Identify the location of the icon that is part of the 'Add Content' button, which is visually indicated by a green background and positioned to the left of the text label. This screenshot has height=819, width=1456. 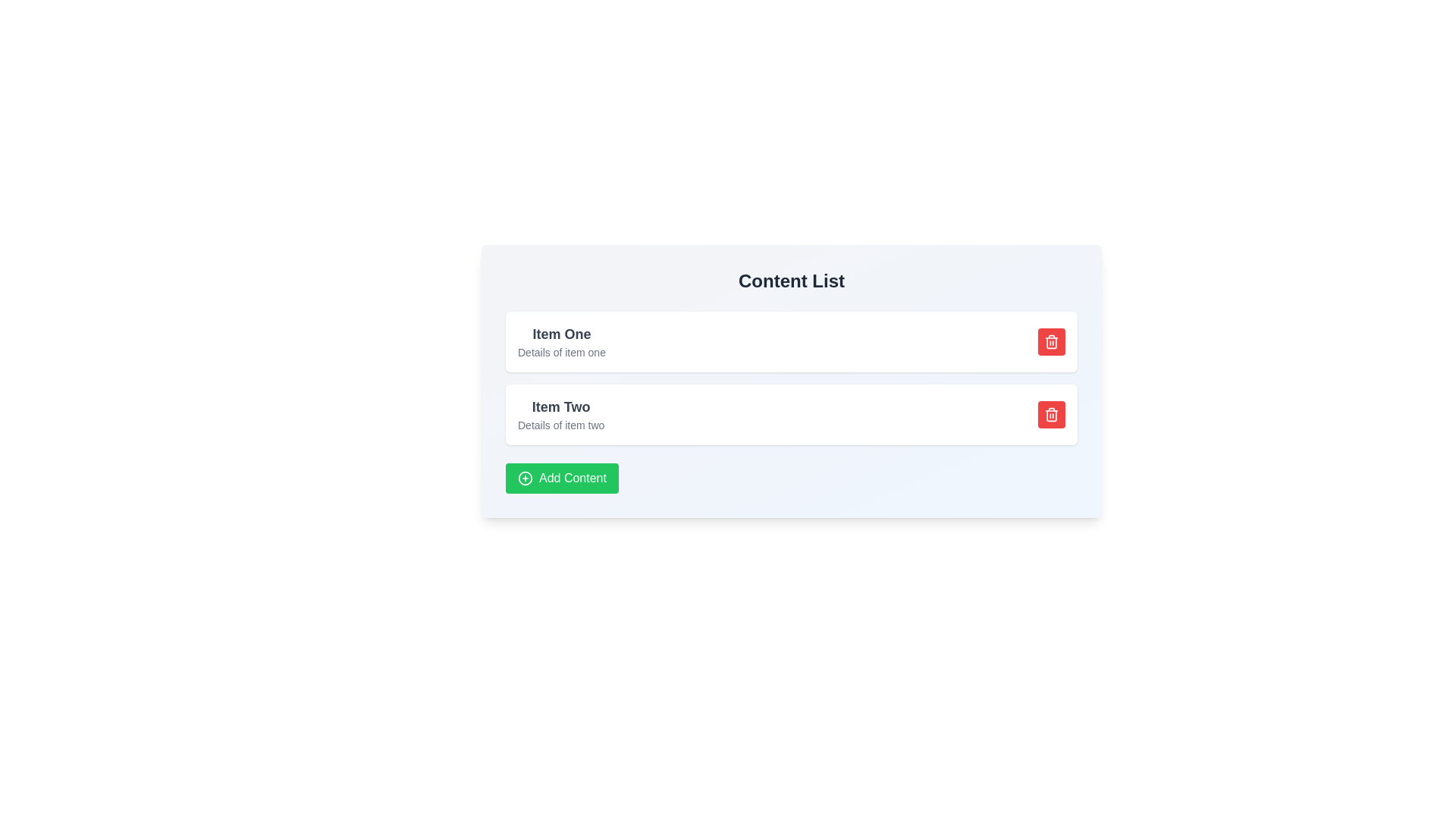
(525, 479).